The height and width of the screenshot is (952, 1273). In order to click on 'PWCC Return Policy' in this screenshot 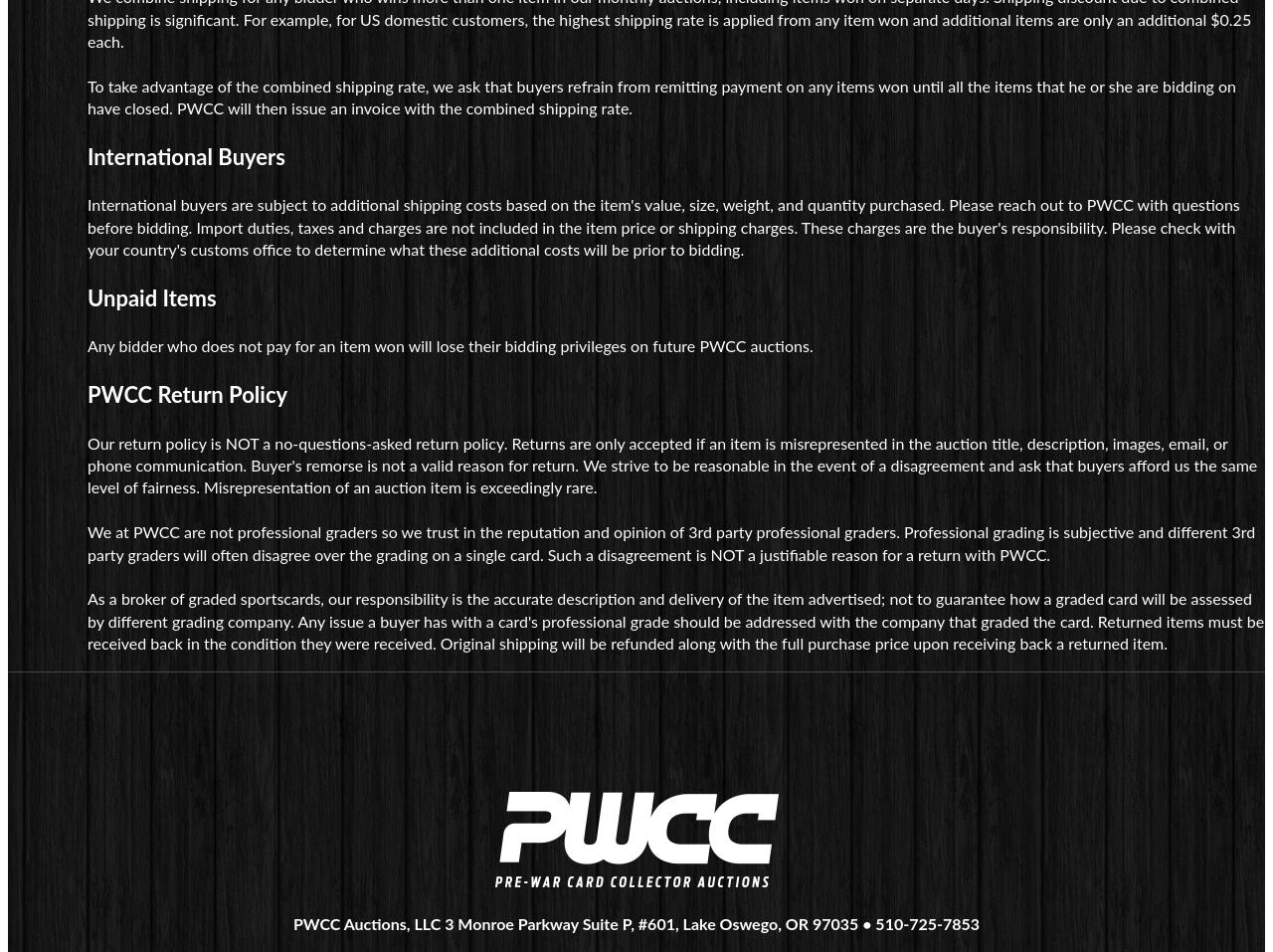, I will do `click(87, 393)`.